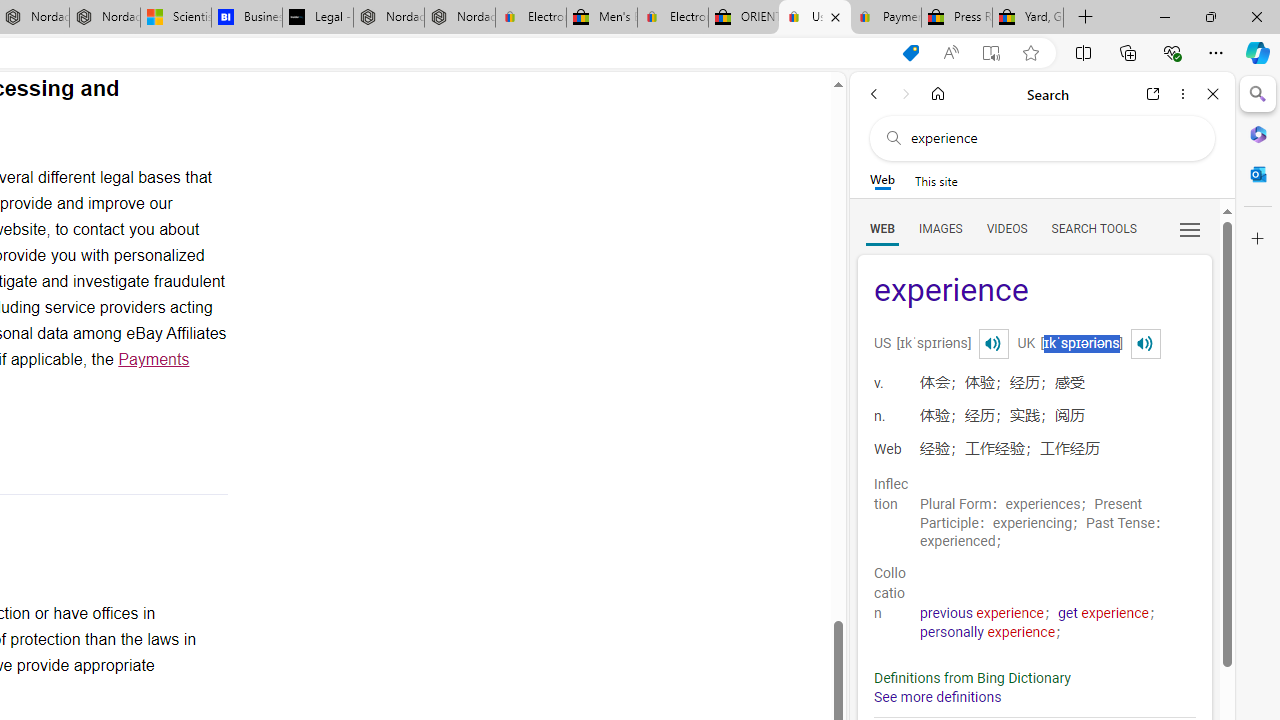  I want to click on 'Press Room - eBay Inc.', so click(955, 17).